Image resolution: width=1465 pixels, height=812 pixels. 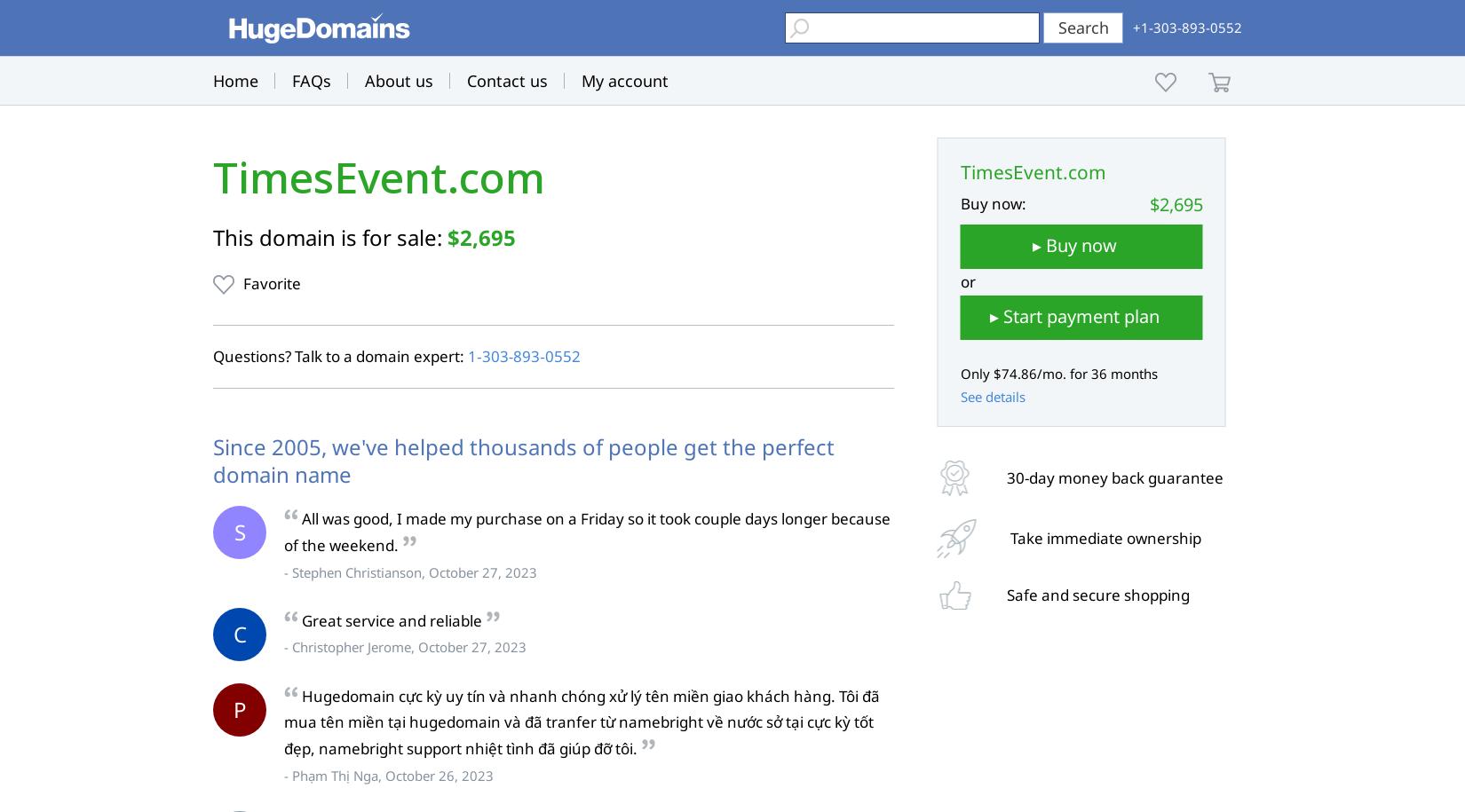 I want to click on 'Hugedomain cực kỳ uy tín và nhanh chóng xử lý tên miền giao khách hàng. Tôi đã mua tên miền tại hugedomain và đã tranfer từ namebright về nước sở tại cực kỳ tốt đẹp, namebright support nhiệt tình đã giúp đỡ tôi.', so click(x=581, y=721).